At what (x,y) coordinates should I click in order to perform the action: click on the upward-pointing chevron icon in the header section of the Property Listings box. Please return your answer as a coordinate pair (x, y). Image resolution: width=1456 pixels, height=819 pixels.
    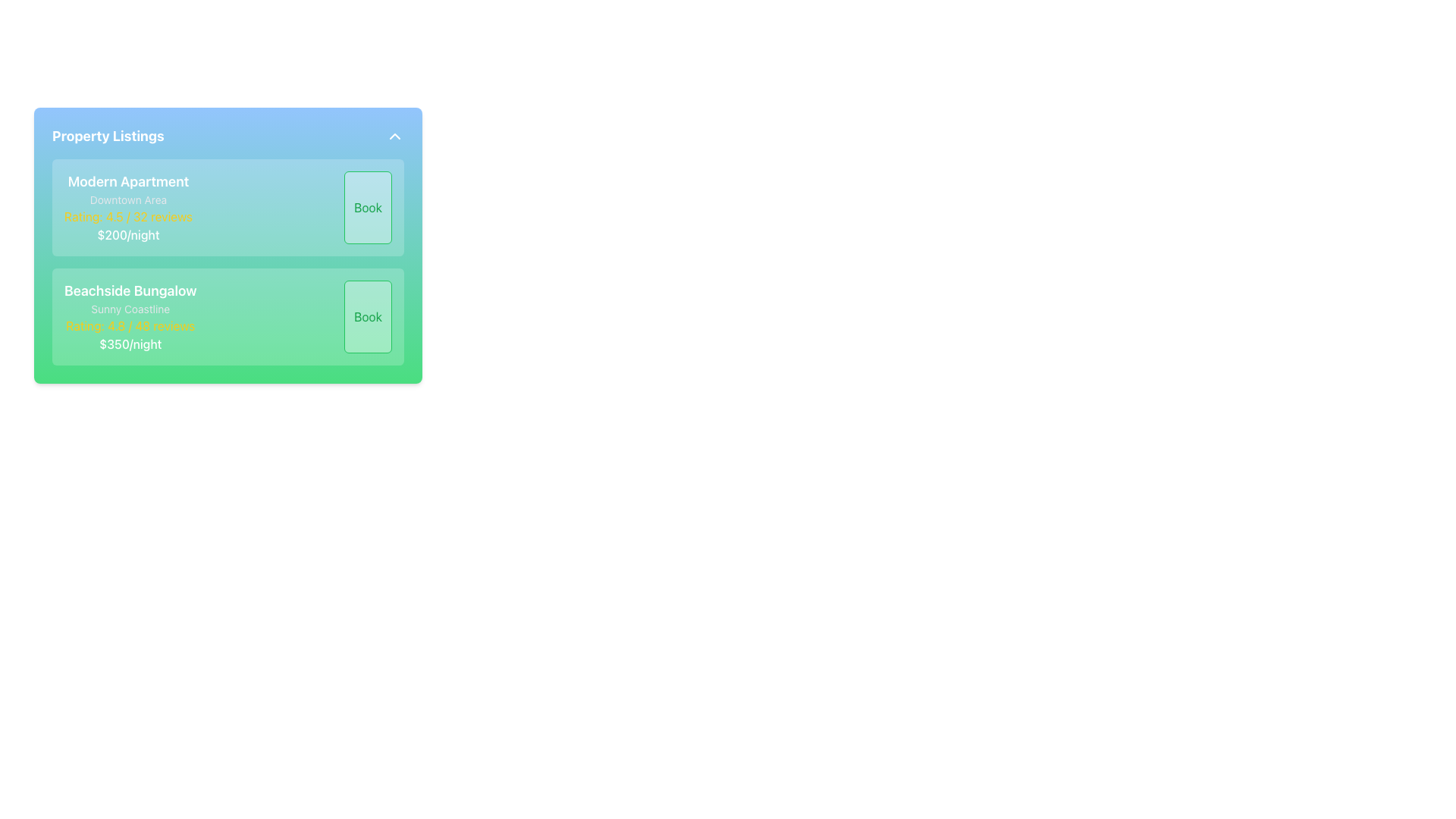
    Looking at the image, I should click on (395, 136).